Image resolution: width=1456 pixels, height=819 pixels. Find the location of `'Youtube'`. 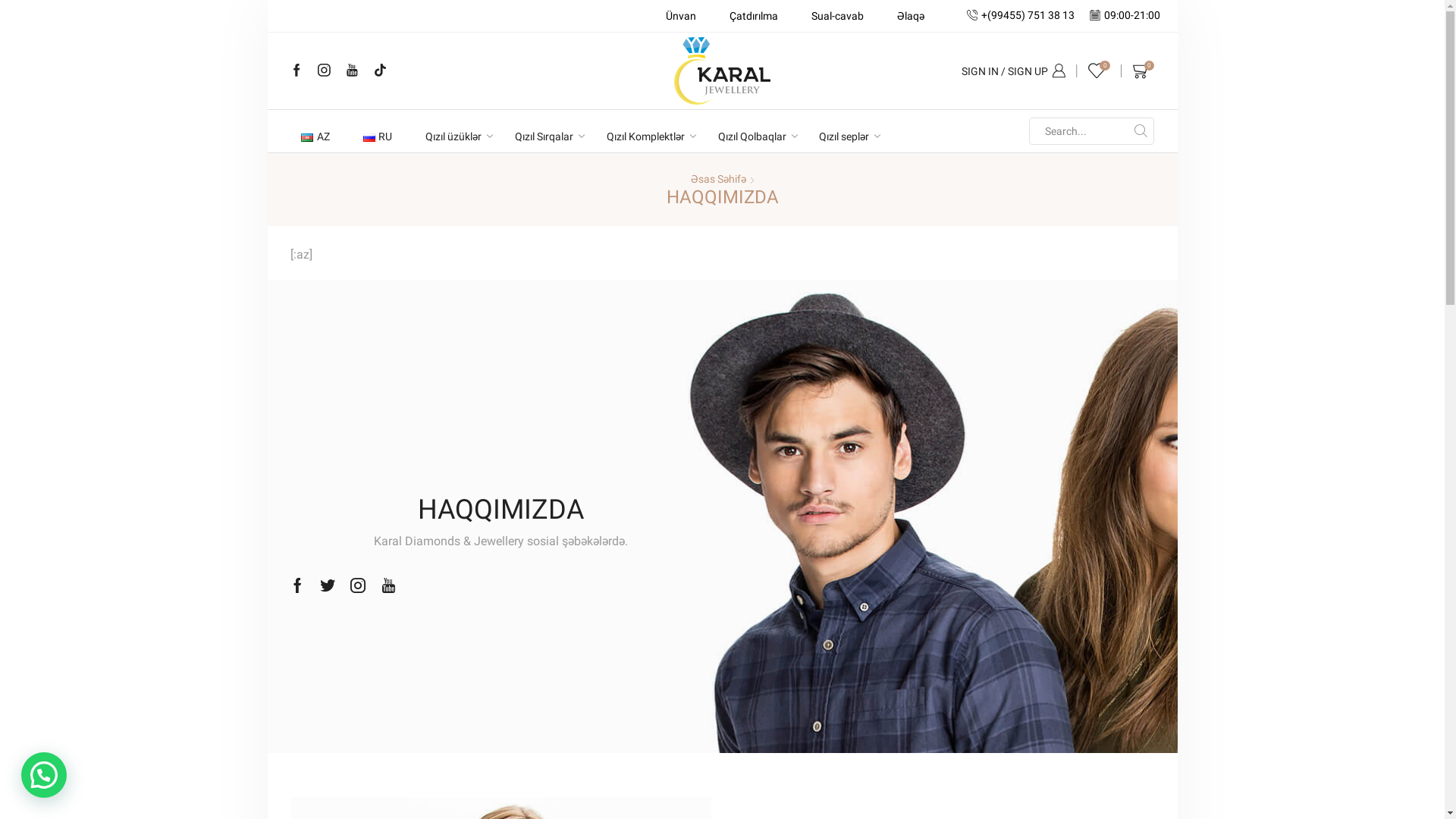

'Youtube' is located at coordinates (351, 71).